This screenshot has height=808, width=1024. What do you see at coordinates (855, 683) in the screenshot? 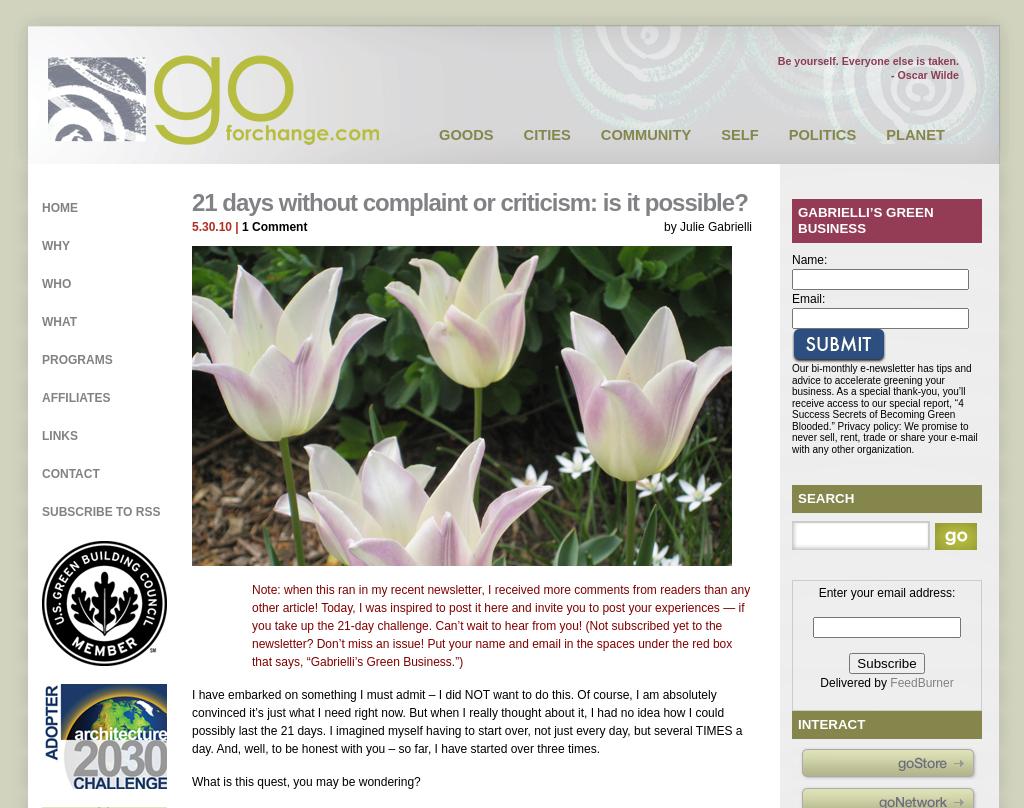
I see `'Delivered by'` at bounding box center [855, 683].